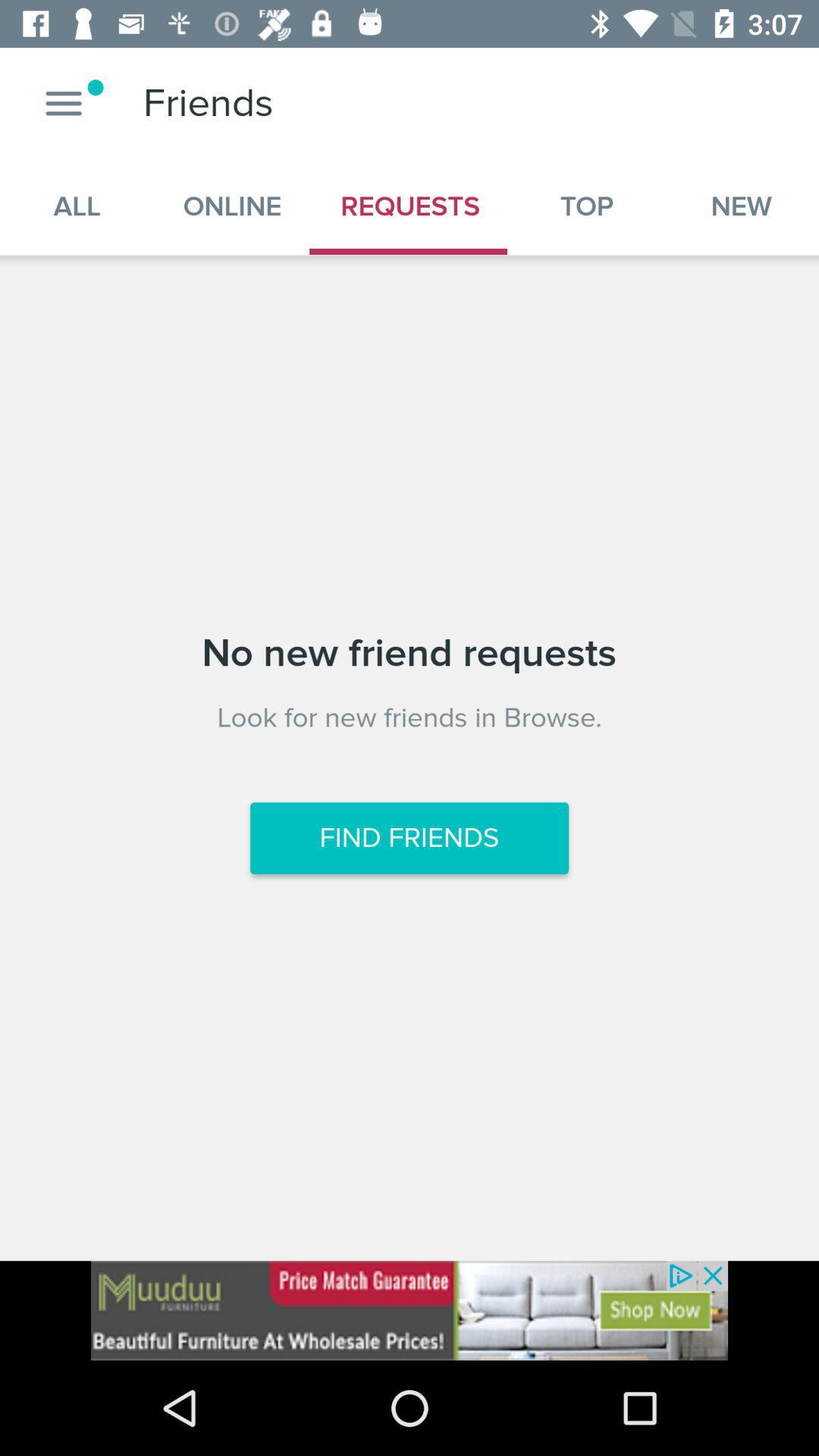 The image size is (819, 1456). I want to click on advertisement space, so click(409, 1310).